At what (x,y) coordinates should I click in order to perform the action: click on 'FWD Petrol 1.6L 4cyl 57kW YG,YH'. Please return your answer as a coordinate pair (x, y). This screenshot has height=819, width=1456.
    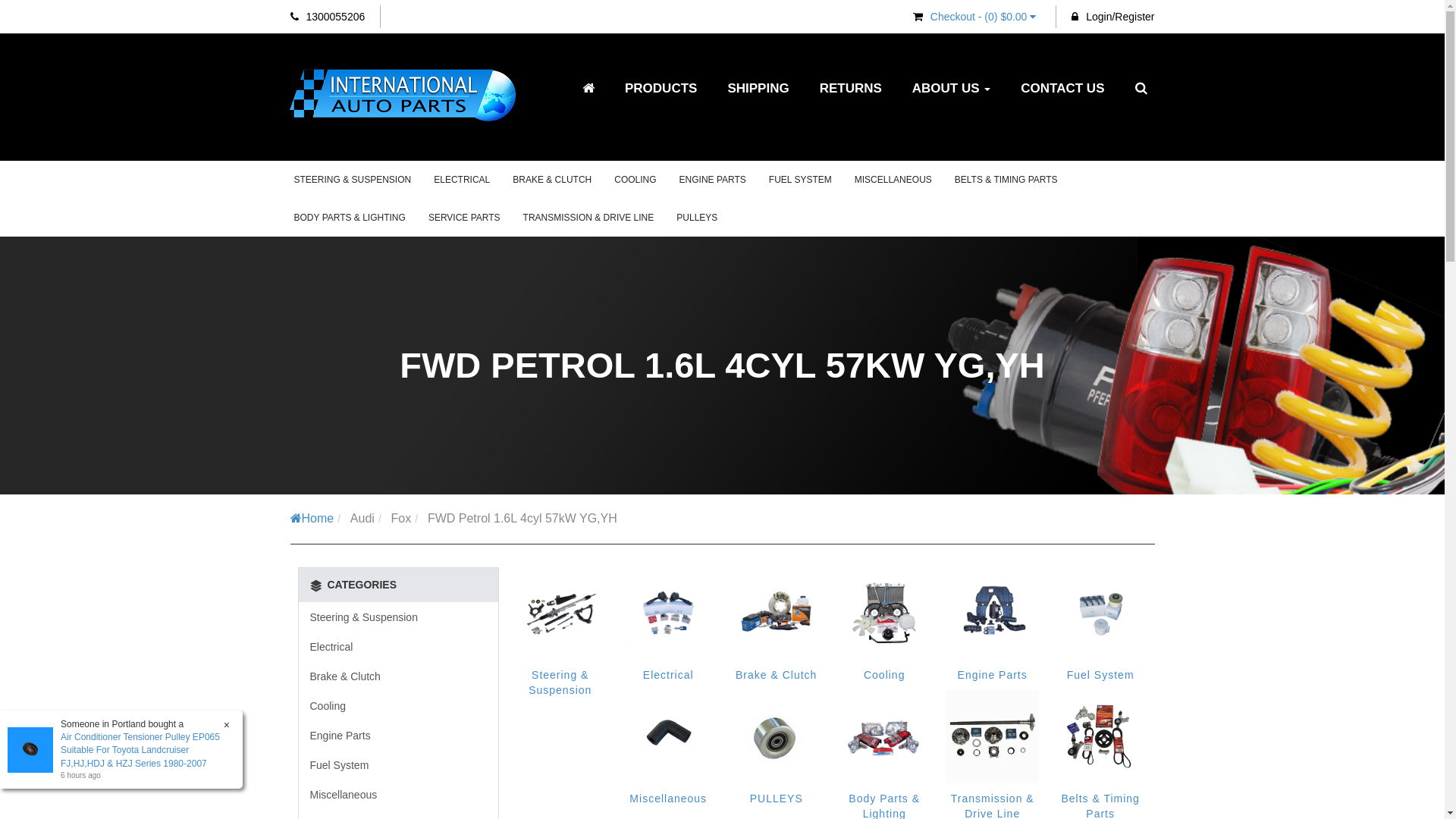
    Looking at the image, I should click on (427, 517).